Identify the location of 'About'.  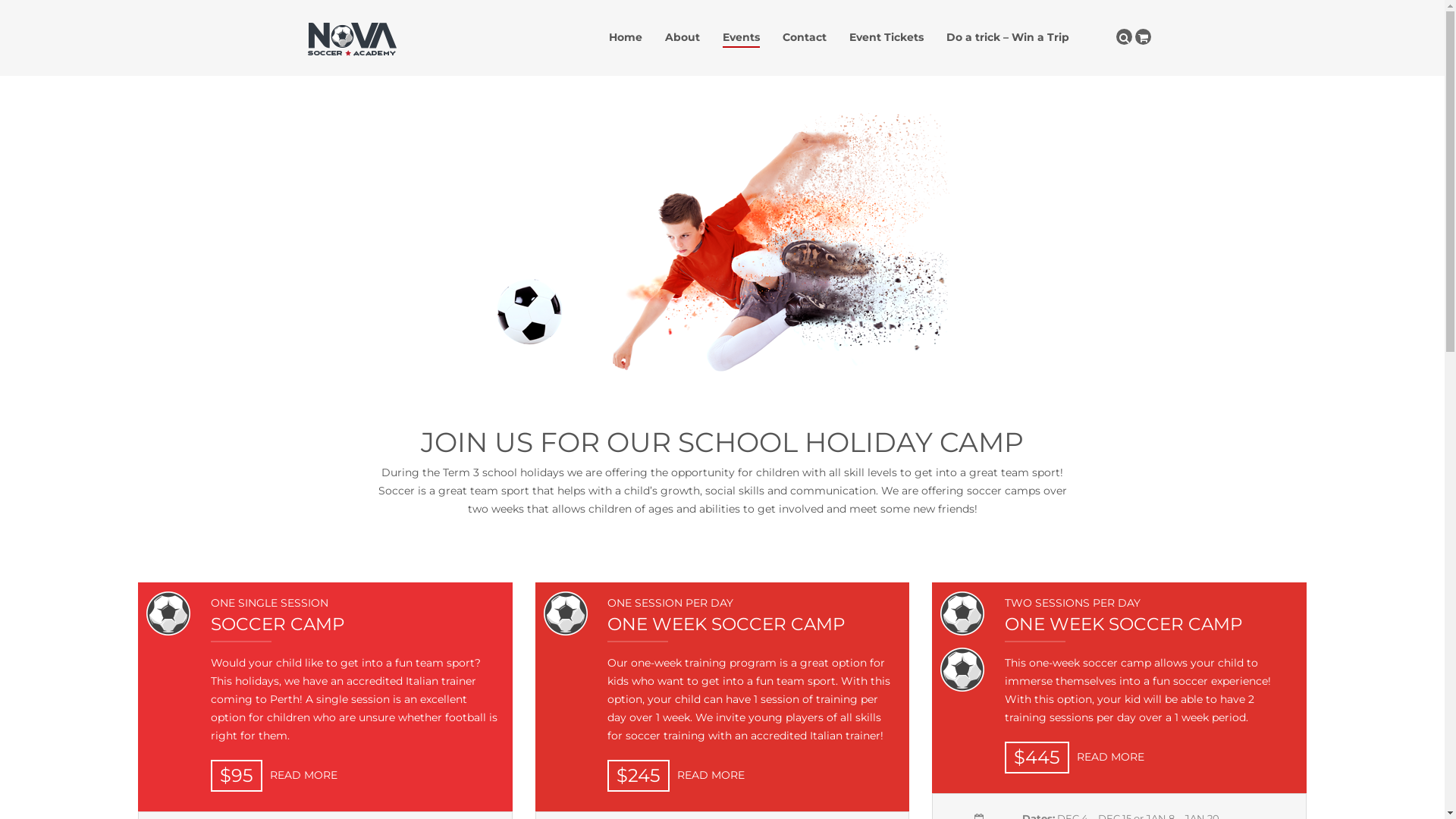
(682, 36).